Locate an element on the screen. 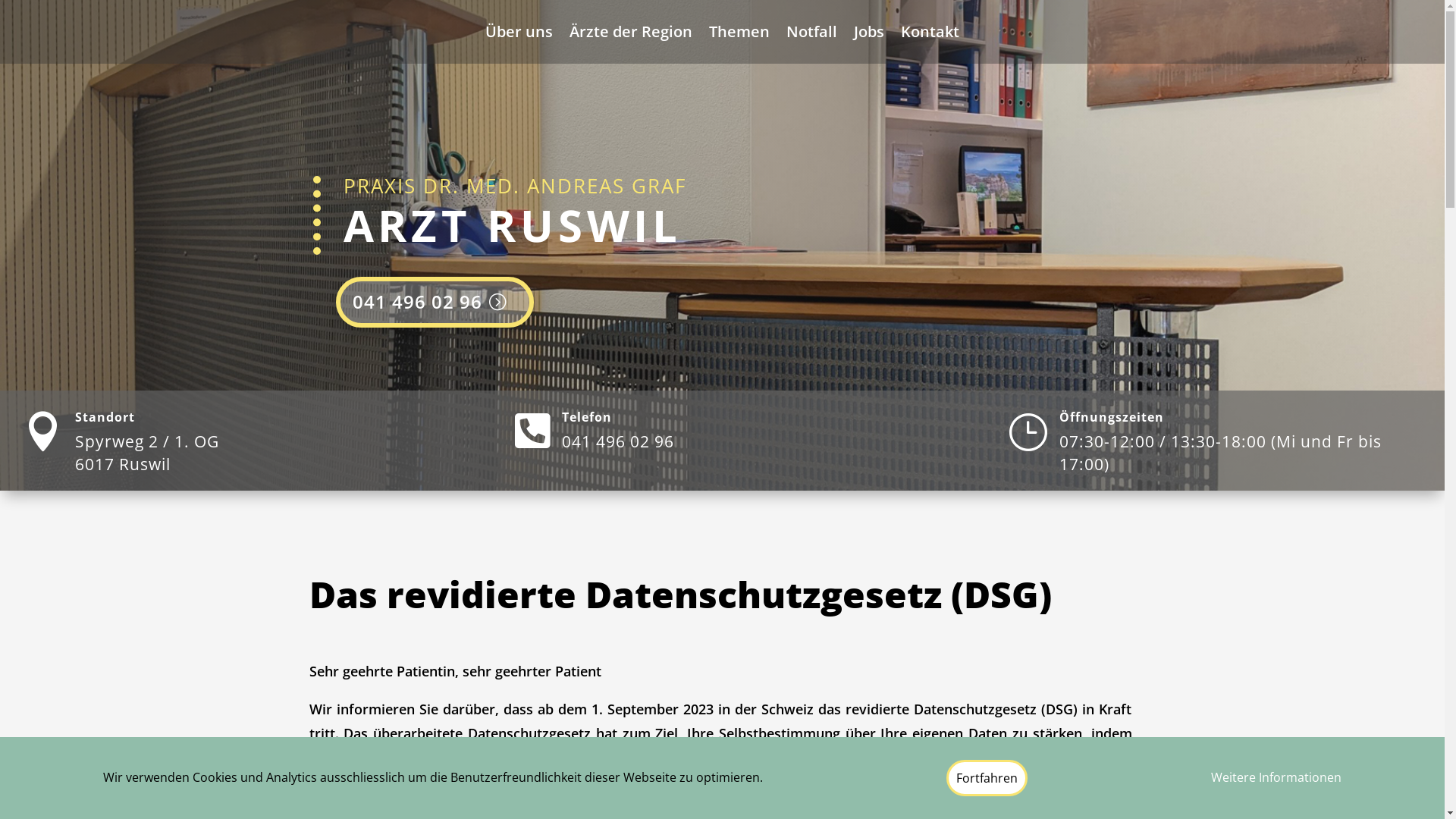  'Themen' is located at coordinates (739, 34).